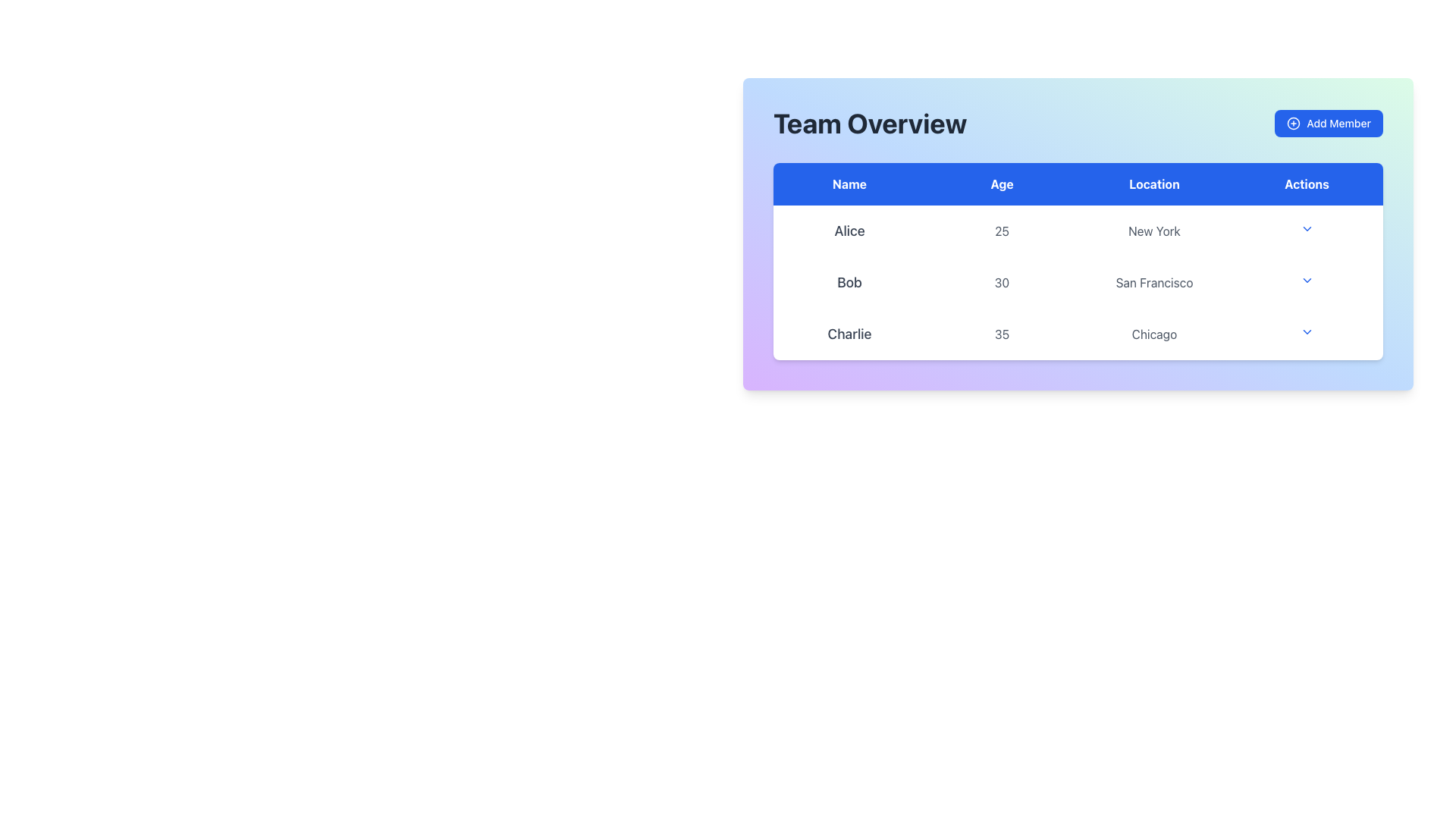  I want to click on the 'Name' column header text label, so click(849, 184).